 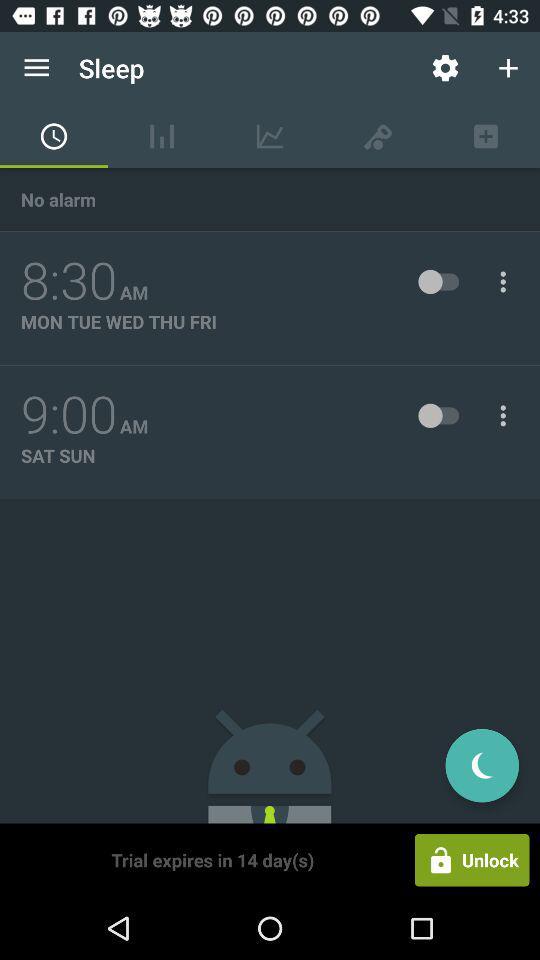 I want to click on the icon to the left of the am icon, so click(x=68, y=280).